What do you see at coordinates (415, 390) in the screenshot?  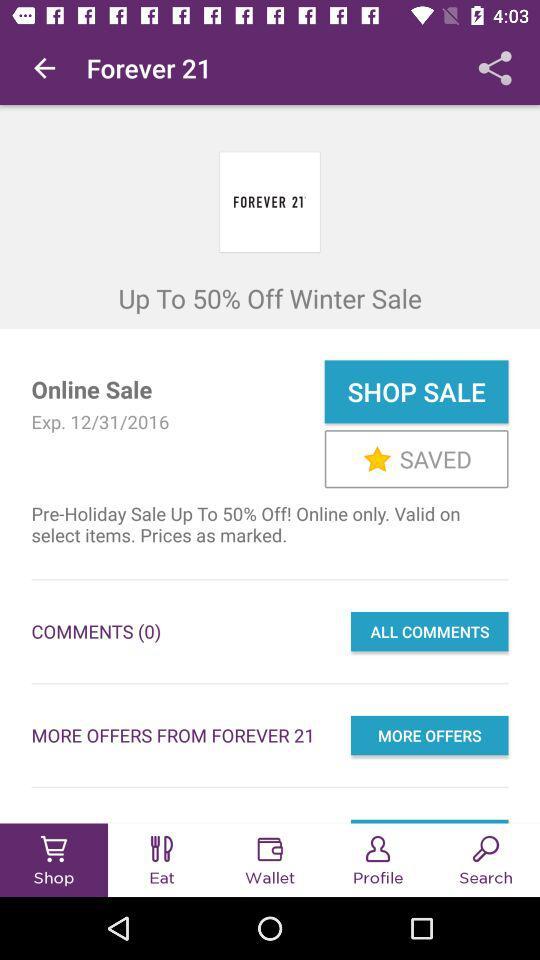 I see `the icon next to online sale` at bounding box center [415, 390].